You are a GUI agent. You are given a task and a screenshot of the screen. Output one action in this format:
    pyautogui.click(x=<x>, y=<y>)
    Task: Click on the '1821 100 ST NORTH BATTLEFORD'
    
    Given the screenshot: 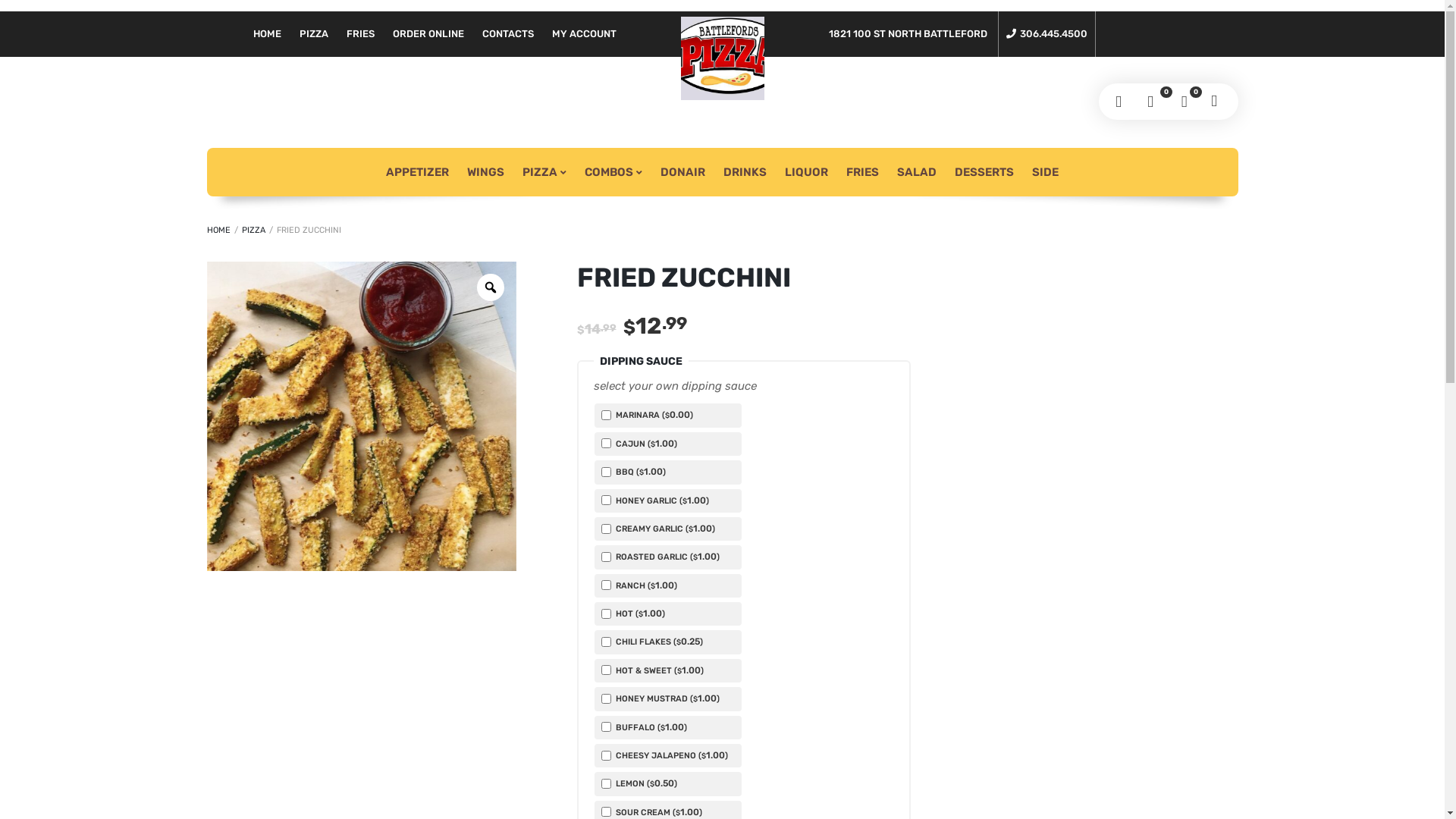 What is the action you would take?
    pyautogui.click(x=907, y=34)
    